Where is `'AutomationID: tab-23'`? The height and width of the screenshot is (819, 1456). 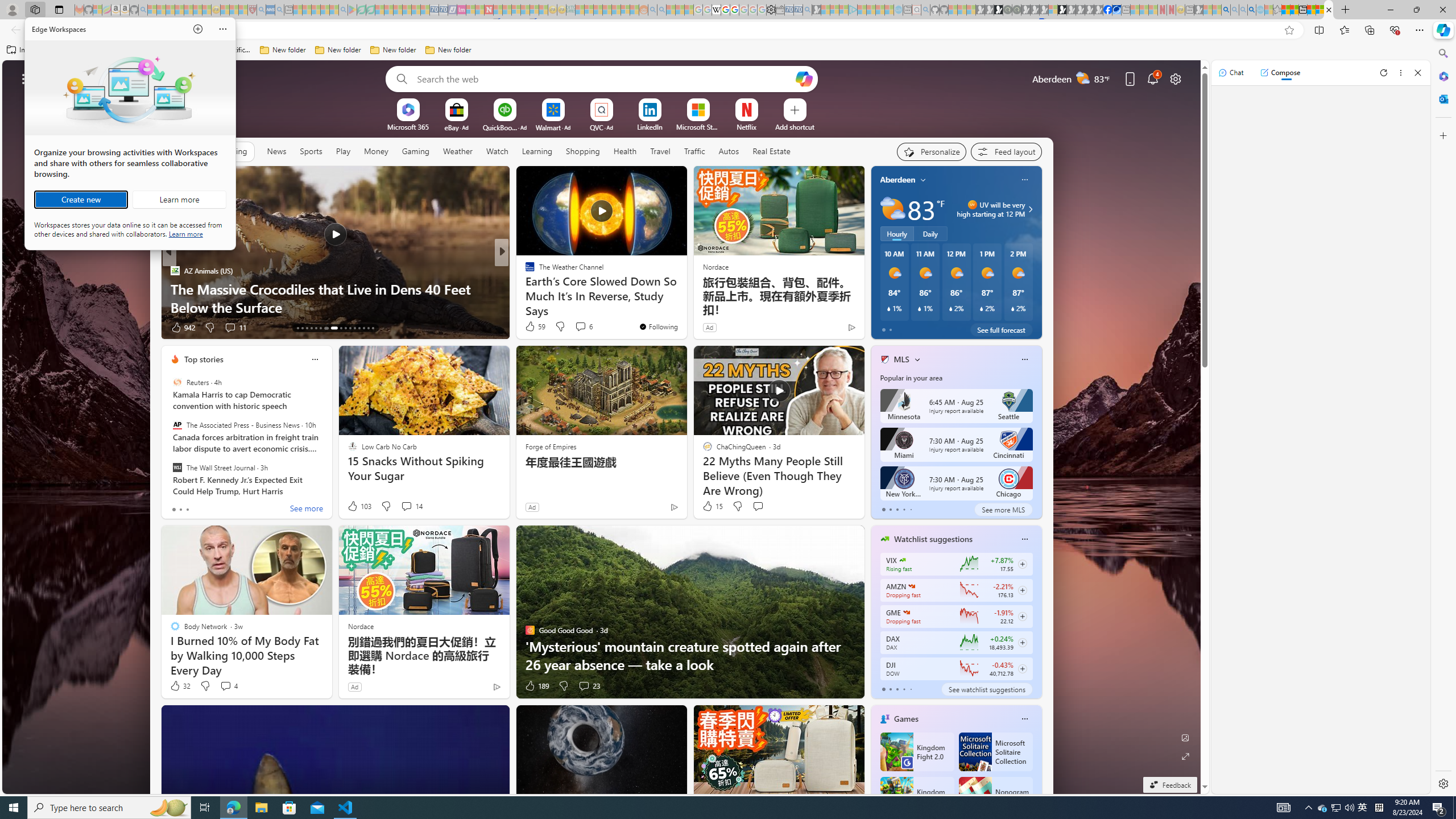 'AutomationID: tab-23' is located at coordinates (350, 328).